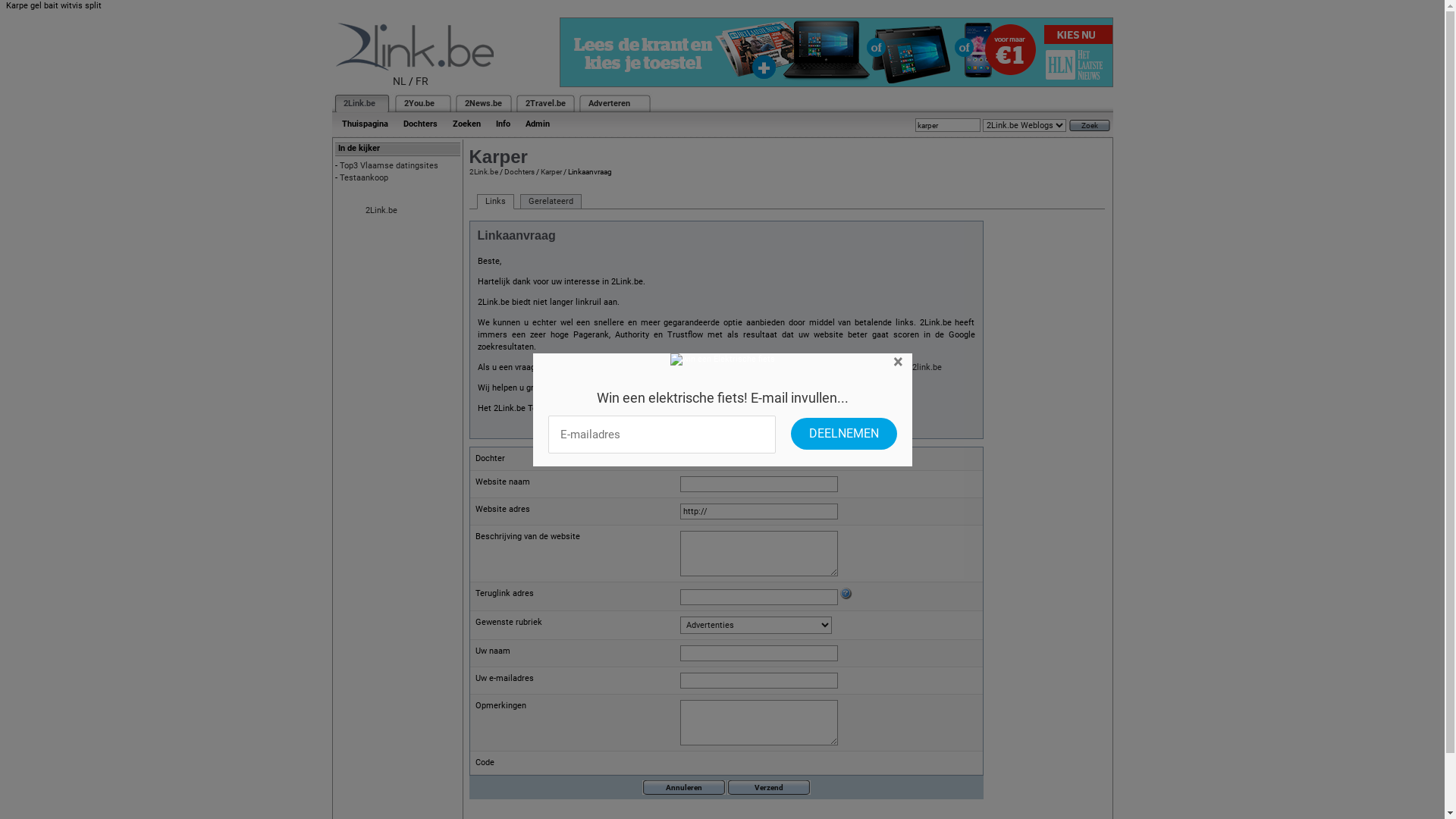 This screenshot has height=819, width=1456. What do you see at coordinates (338, 177) in the screenshot?
I see `'Testaankoop'` at bounding box center [338, 177].